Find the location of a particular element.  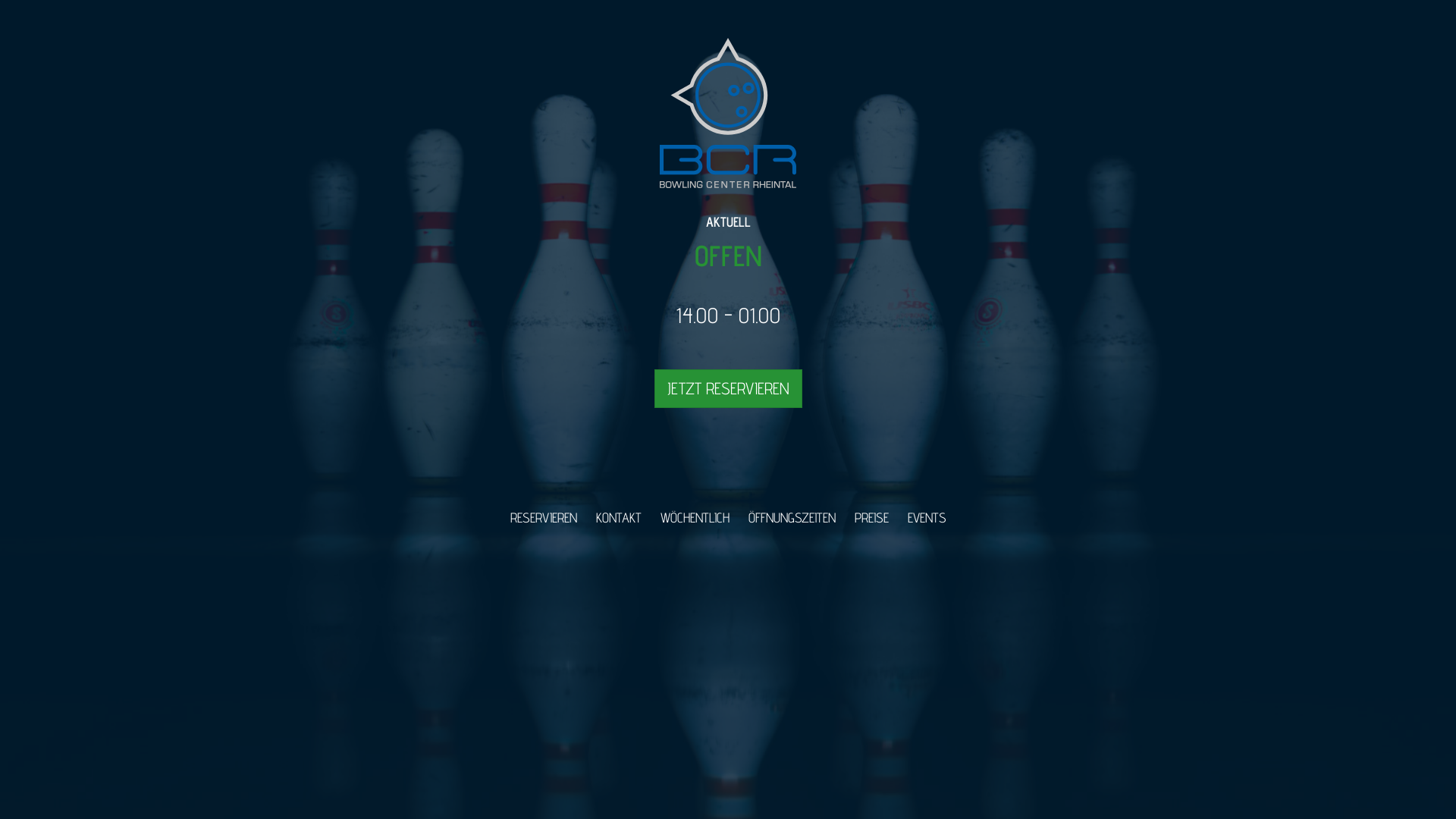

'JETZT RESERVIEREN' is located at coordinates (726, 388).